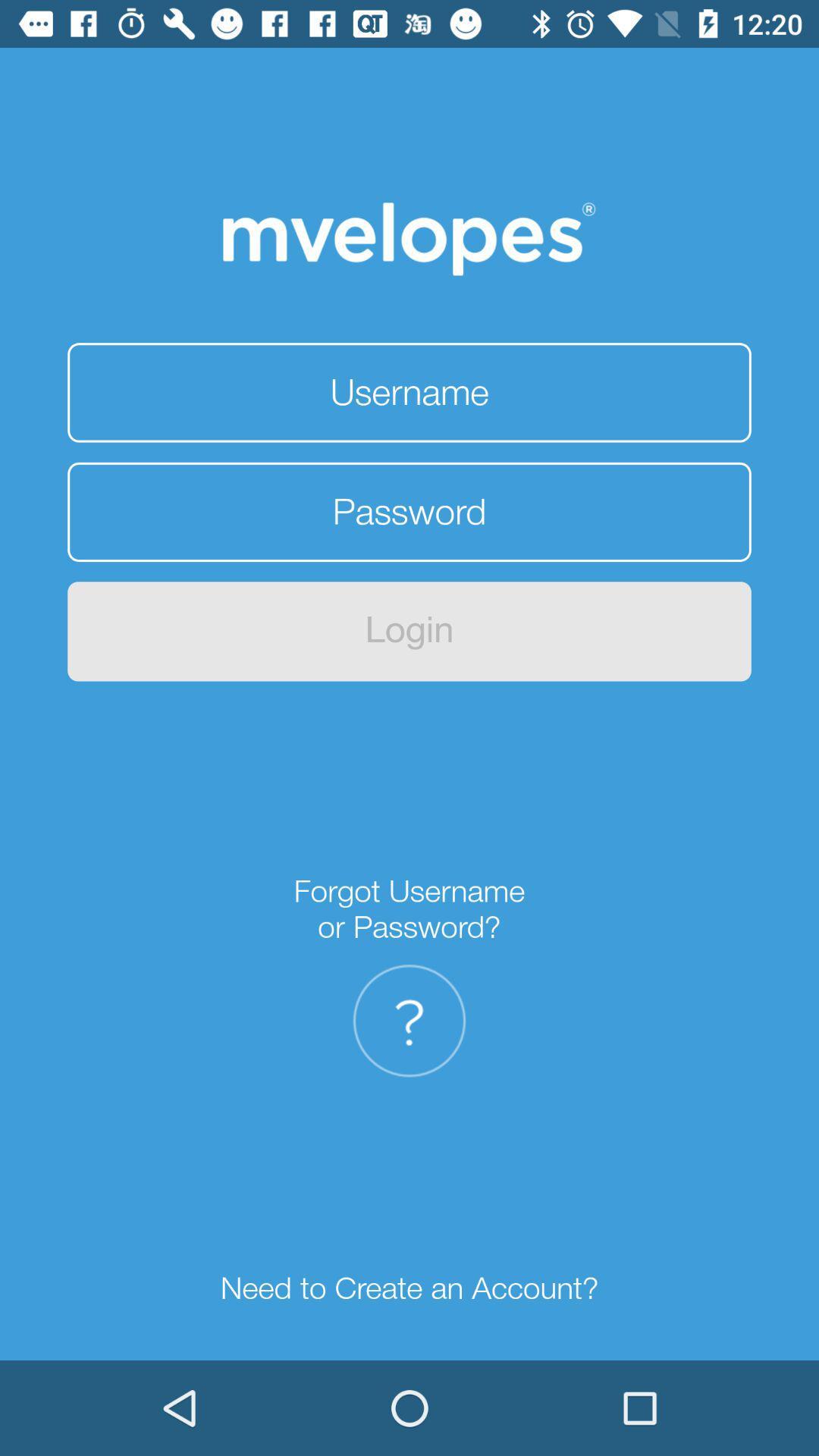 This screenshot has height=1456, width=819. Describe the element at coordinates (409, 909) in the screenshot. I see `the icon below login icon` at that location.